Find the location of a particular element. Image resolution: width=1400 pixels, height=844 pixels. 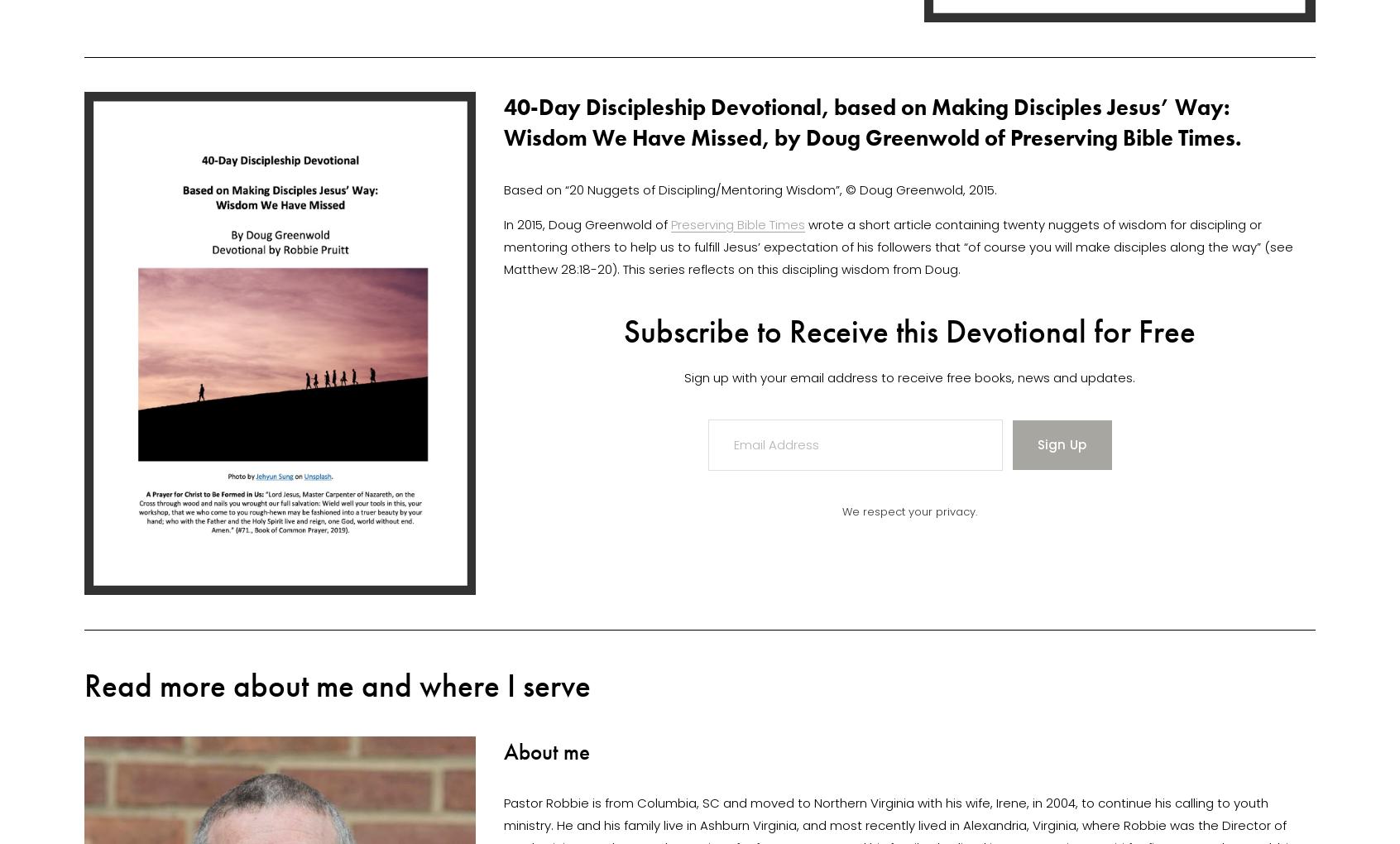

'Sign Up' is located at coordinates (1036, 444).